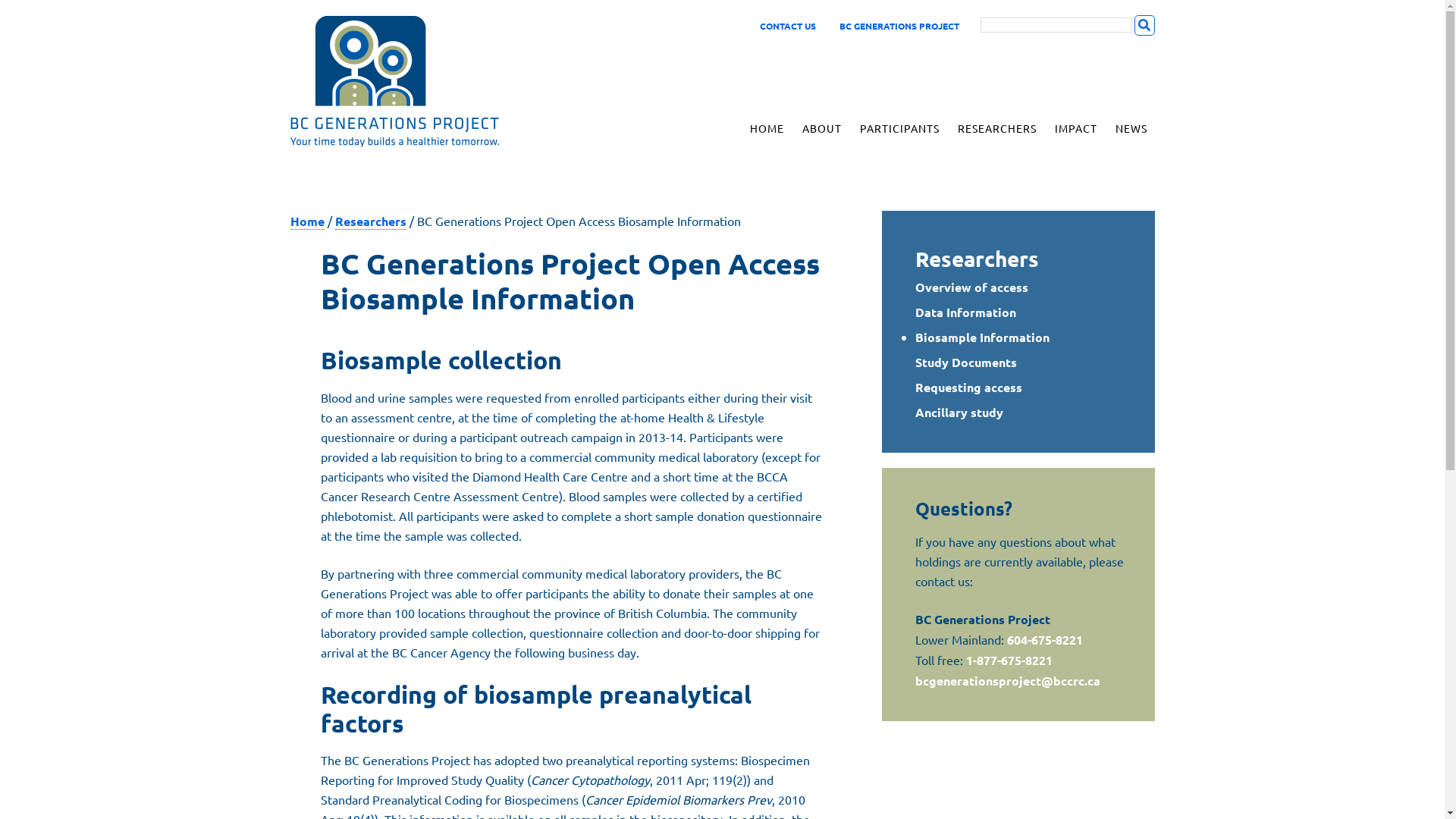 The height and width of the screenshot is (819, 1456). I want to click on 'Ancillary study', so click(959, 411).